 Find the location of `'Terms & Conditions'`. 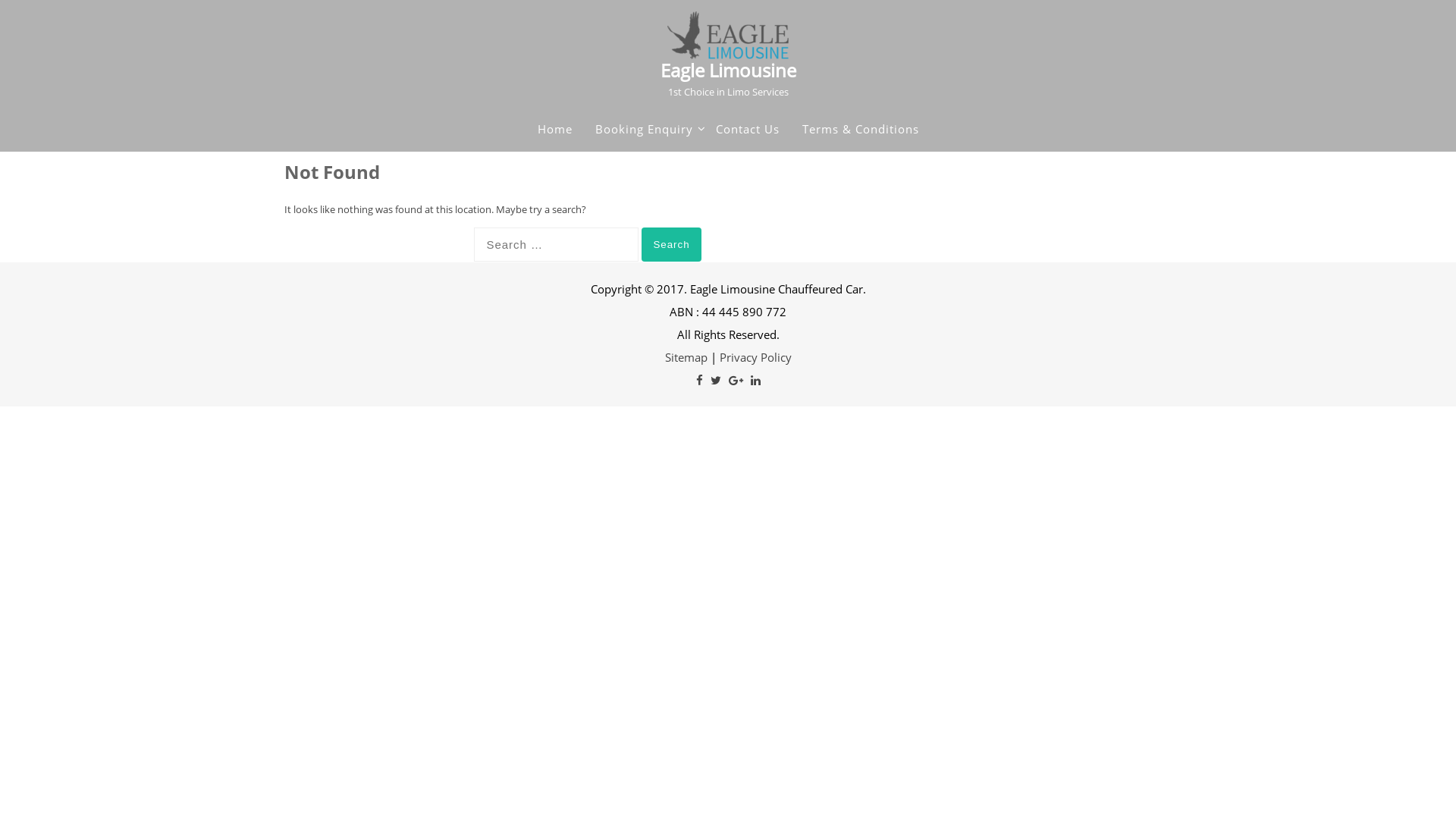

'Terms & Conditions' is located at coordinates (801, 127).